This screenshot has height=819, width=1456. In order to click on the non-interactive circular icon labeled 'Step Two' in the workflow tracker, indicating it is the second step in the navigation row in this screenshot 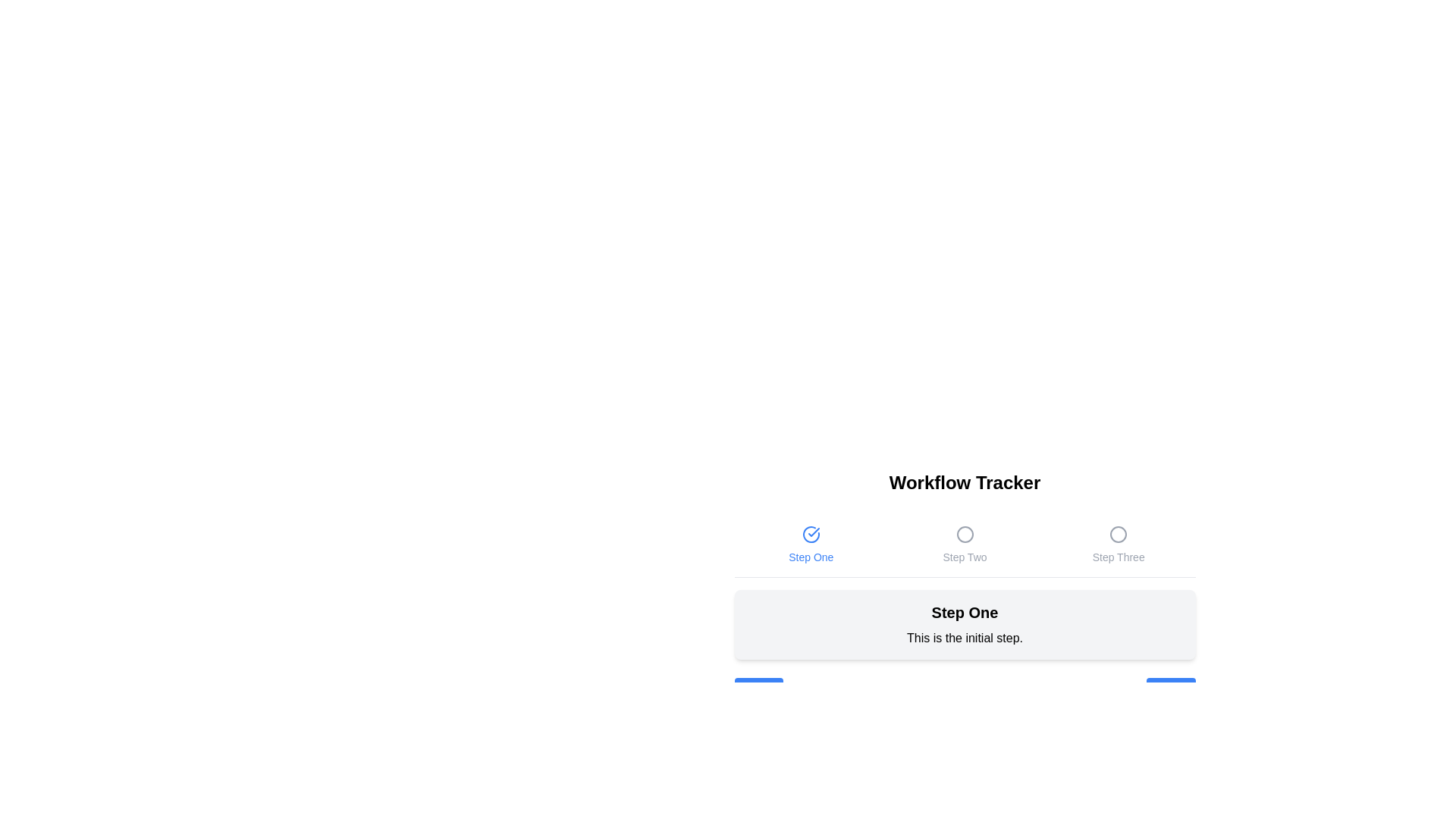, I will do `click(964, 555)`.